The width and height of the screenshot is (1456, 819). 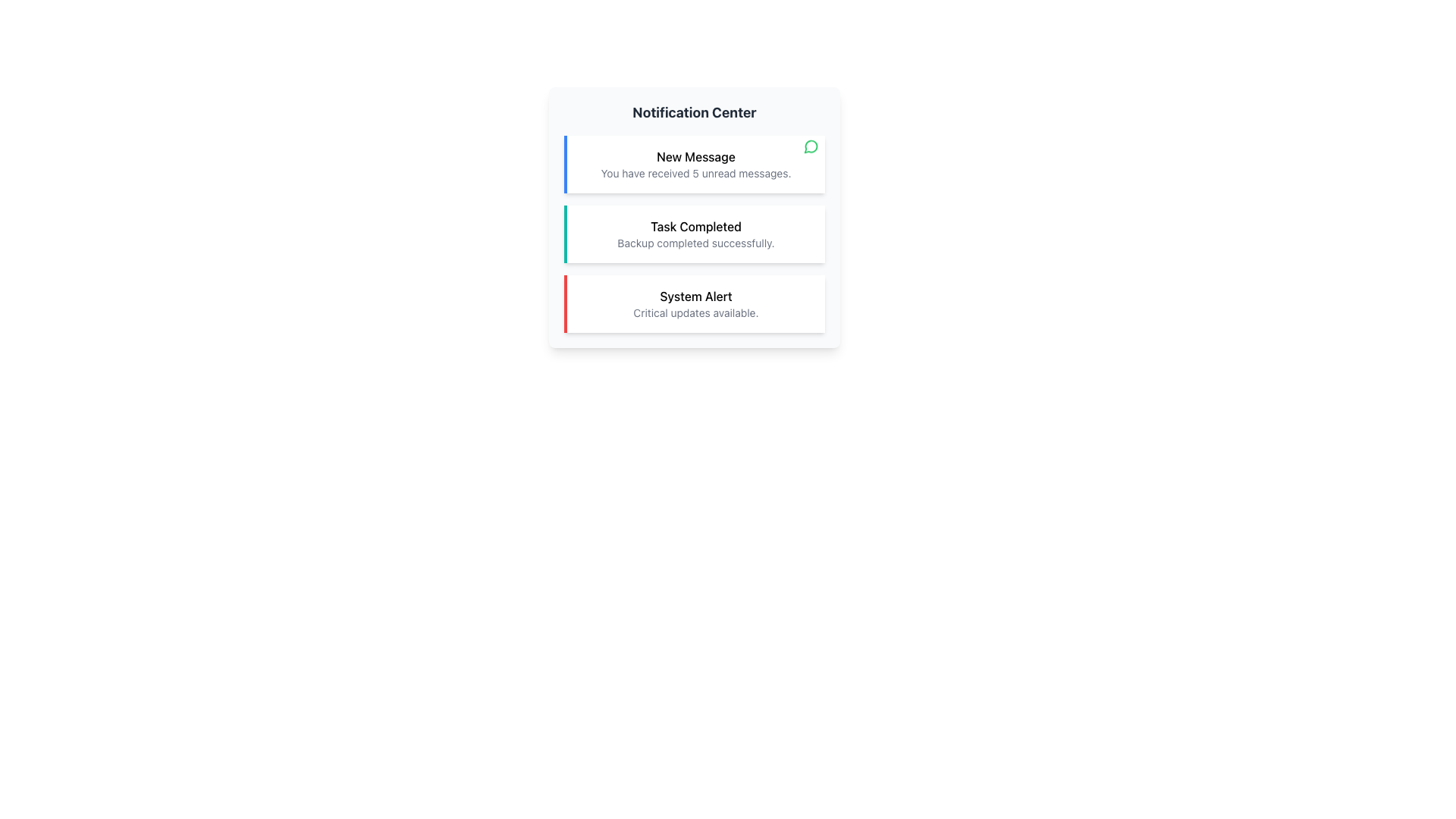 I want to click on the 'Notification Center' text label, which is displayed in bold and centered at the top of the notification panel, so click(x=694, y=112).